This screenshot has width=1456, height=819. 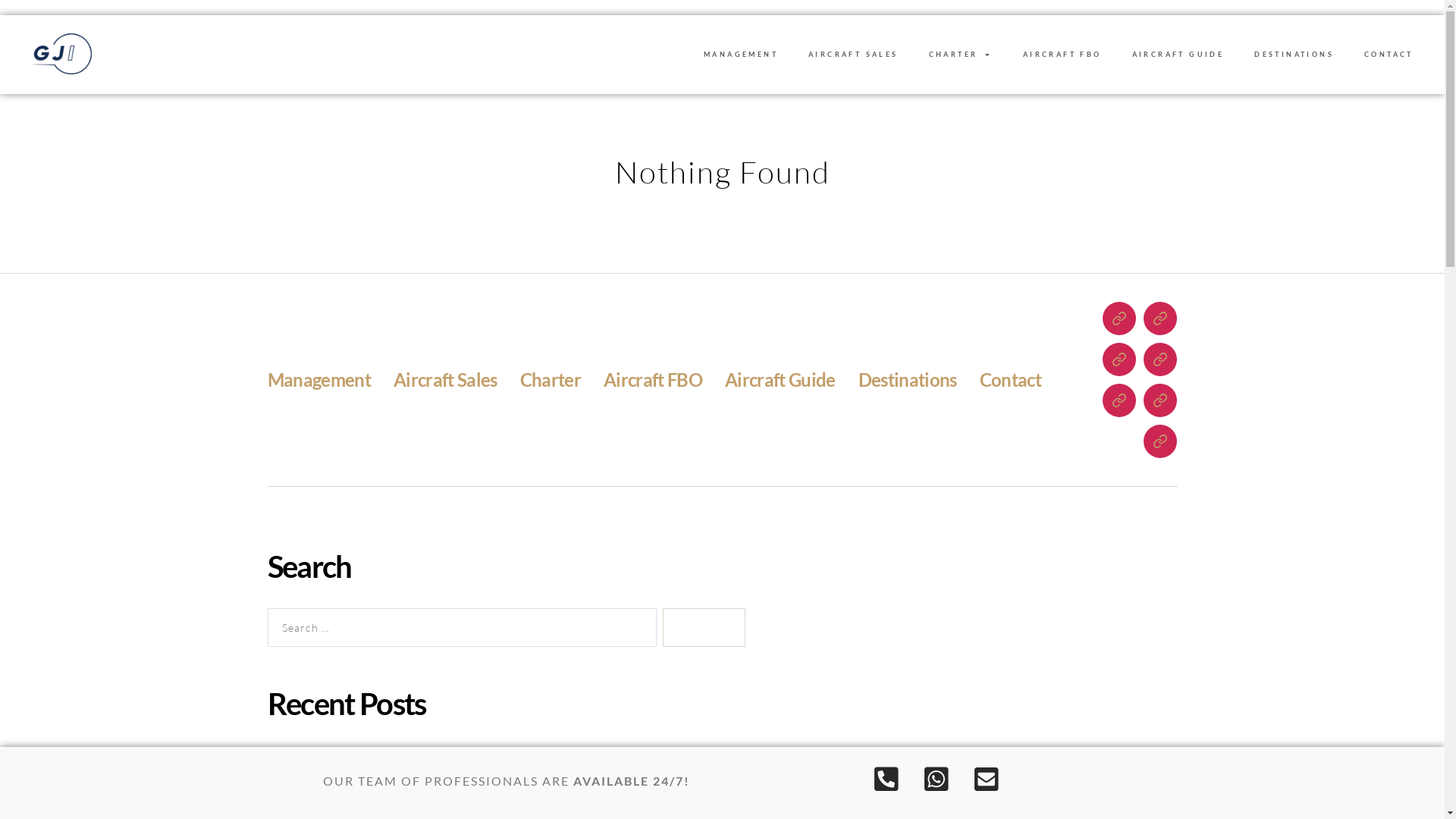 What do you see at coordinates (1010, 378) in the screenshot?
I see `'Contact'` at bounding box center [1010, 378].